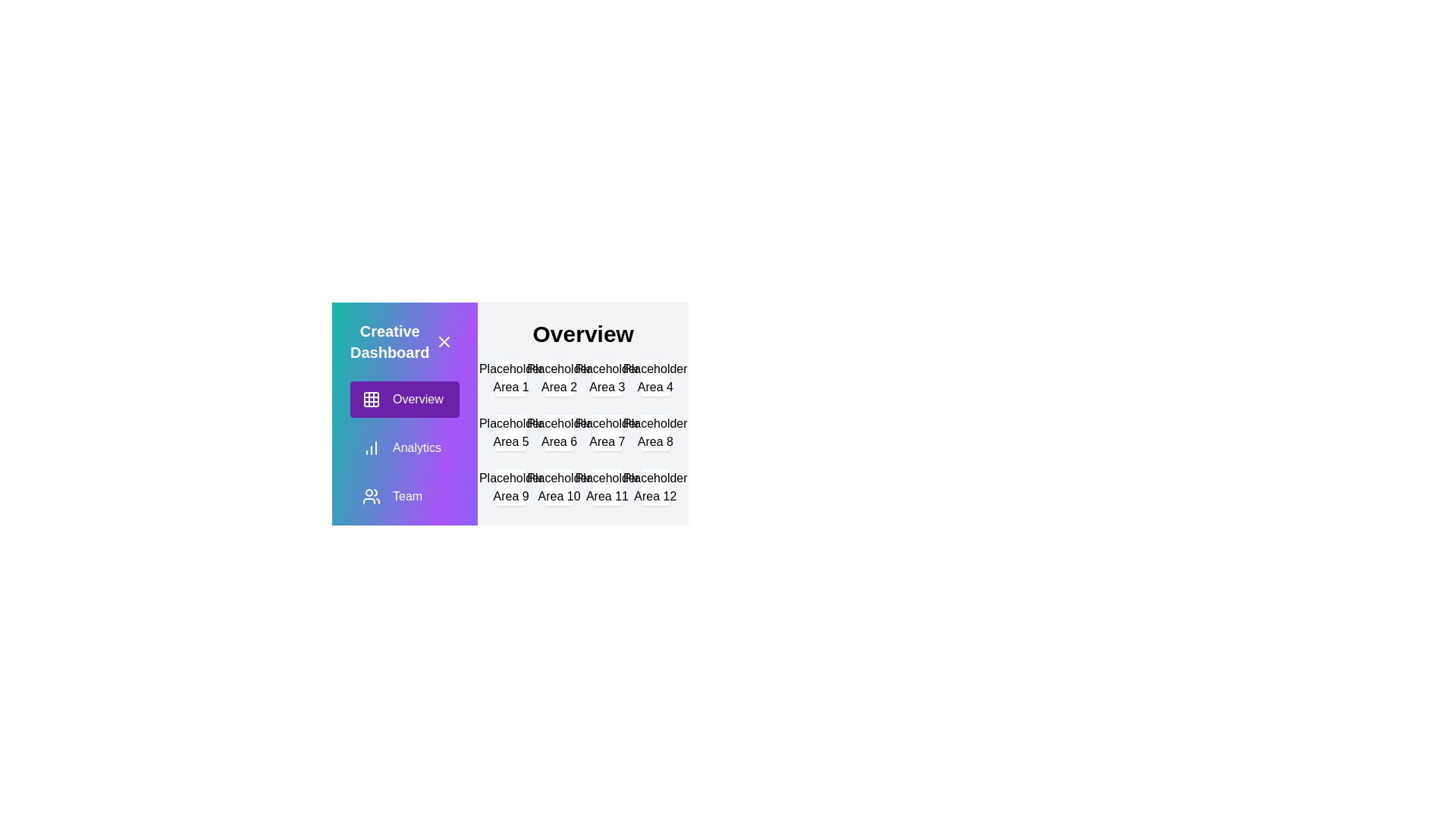 The width and height of the screenshot is (1456, 819). What do you see at coordinates (404, 399) in the screenshot?
I see `the menu item Overview to observe the visual feedback` at bounding box center [404, 399].